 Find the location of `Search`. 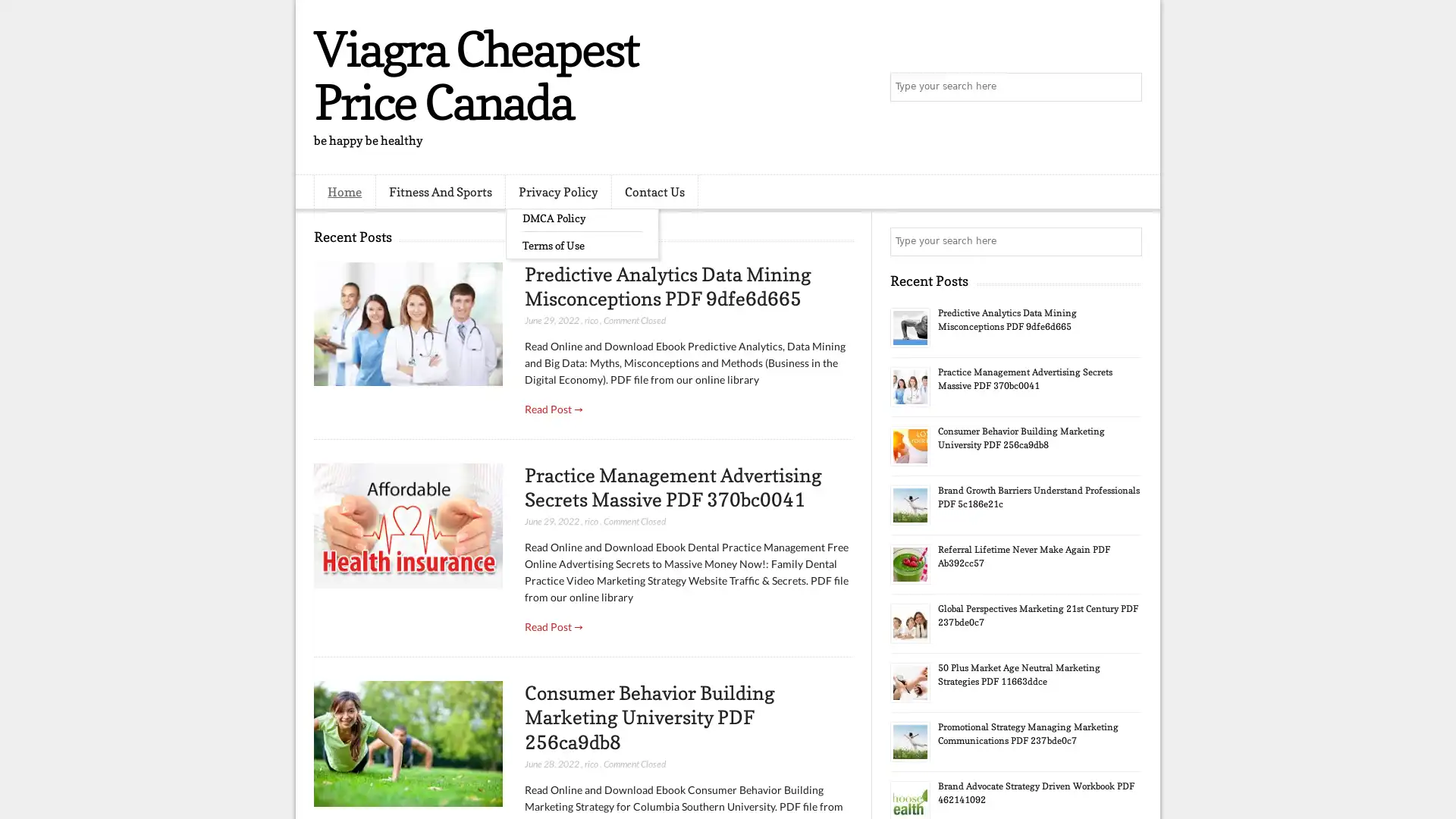

Search is located at coordinates (1126, 87).